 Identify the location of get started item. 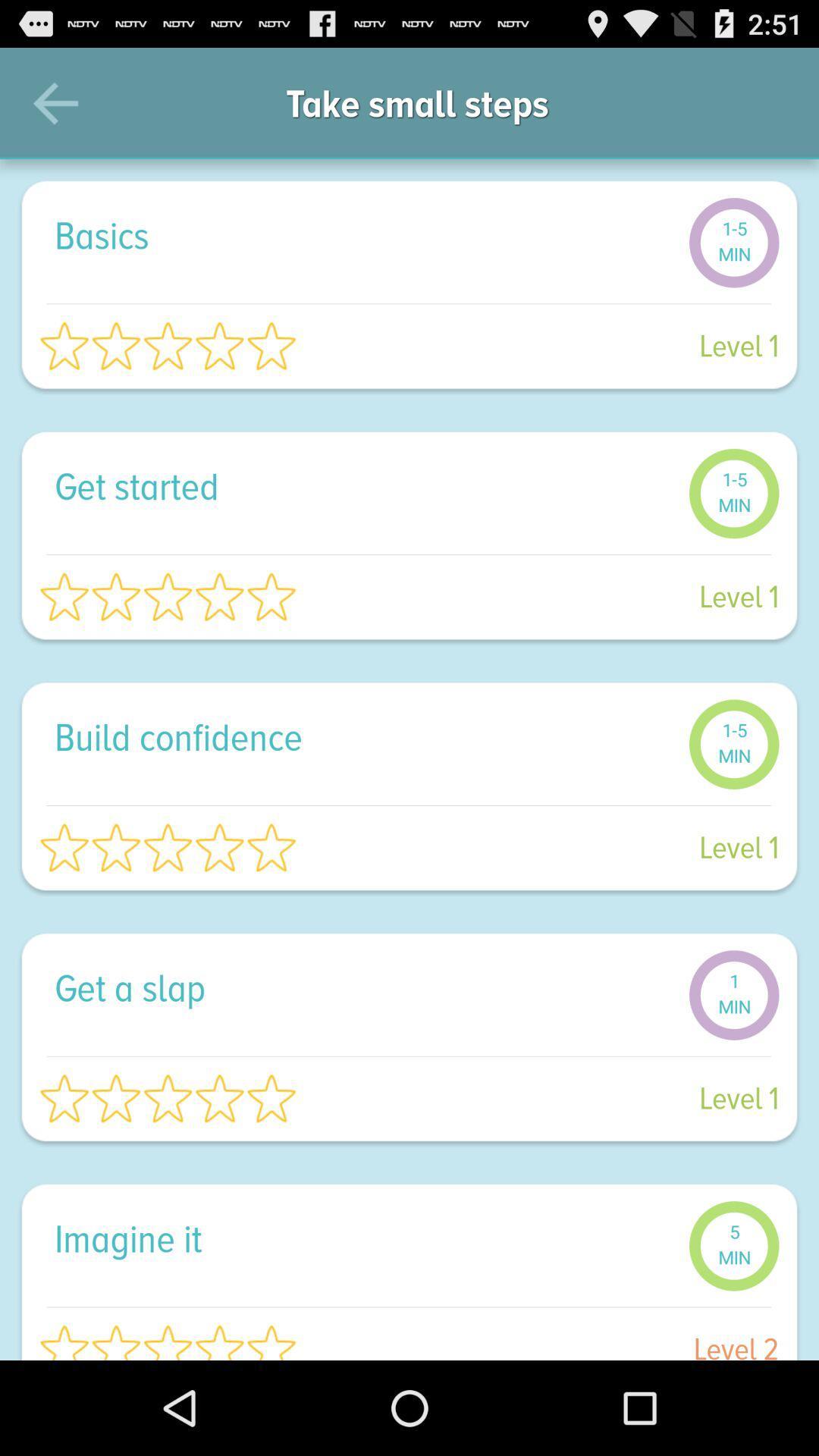
(363, 486).